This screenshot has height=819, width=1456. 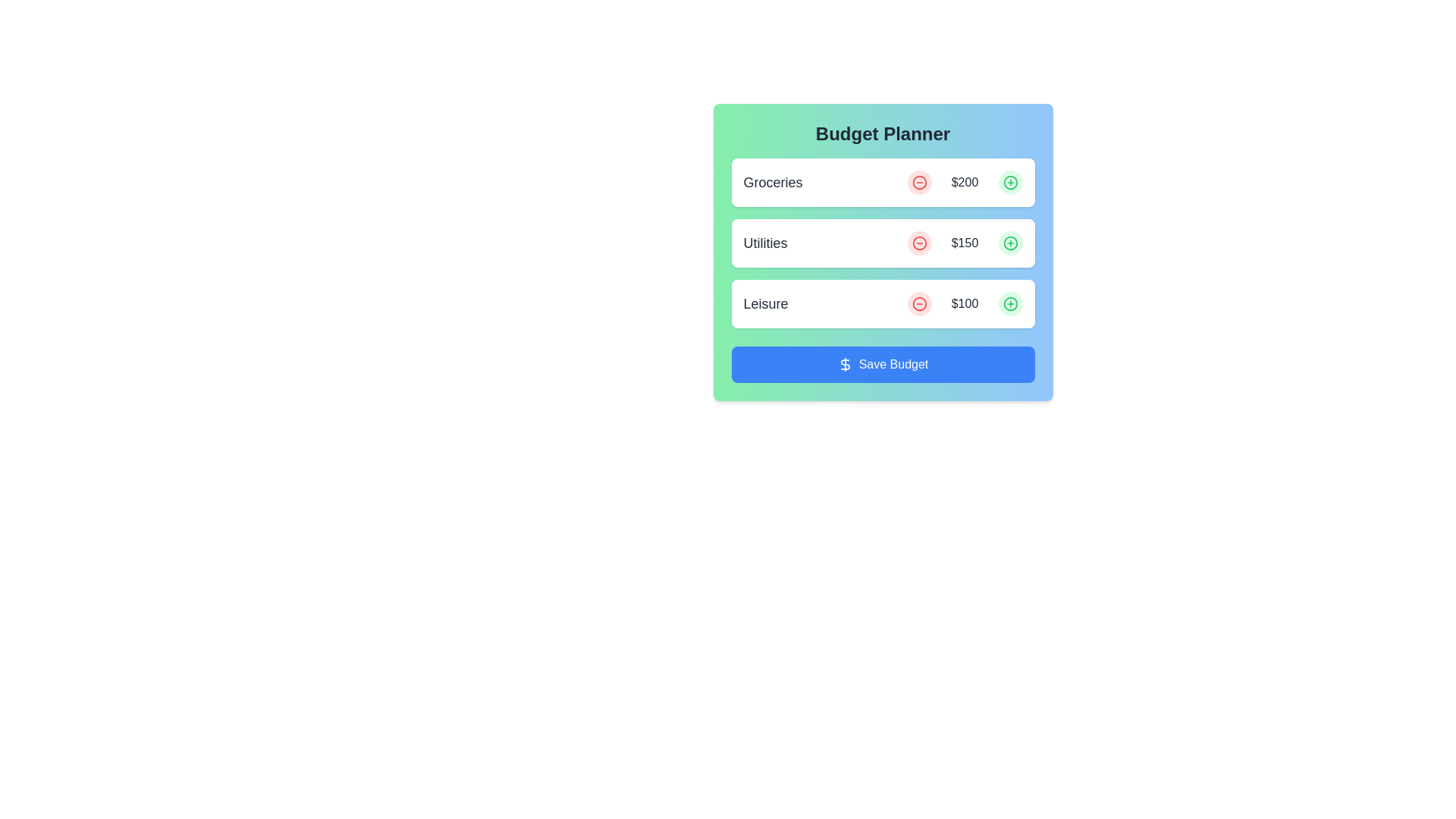 I want to click on the decrement button located to the left of the text '$150' and to the right of the 'Utilities' label in the middle row of the 'Budget Planner' interface to decrease the value, so click(x=918, y=242).